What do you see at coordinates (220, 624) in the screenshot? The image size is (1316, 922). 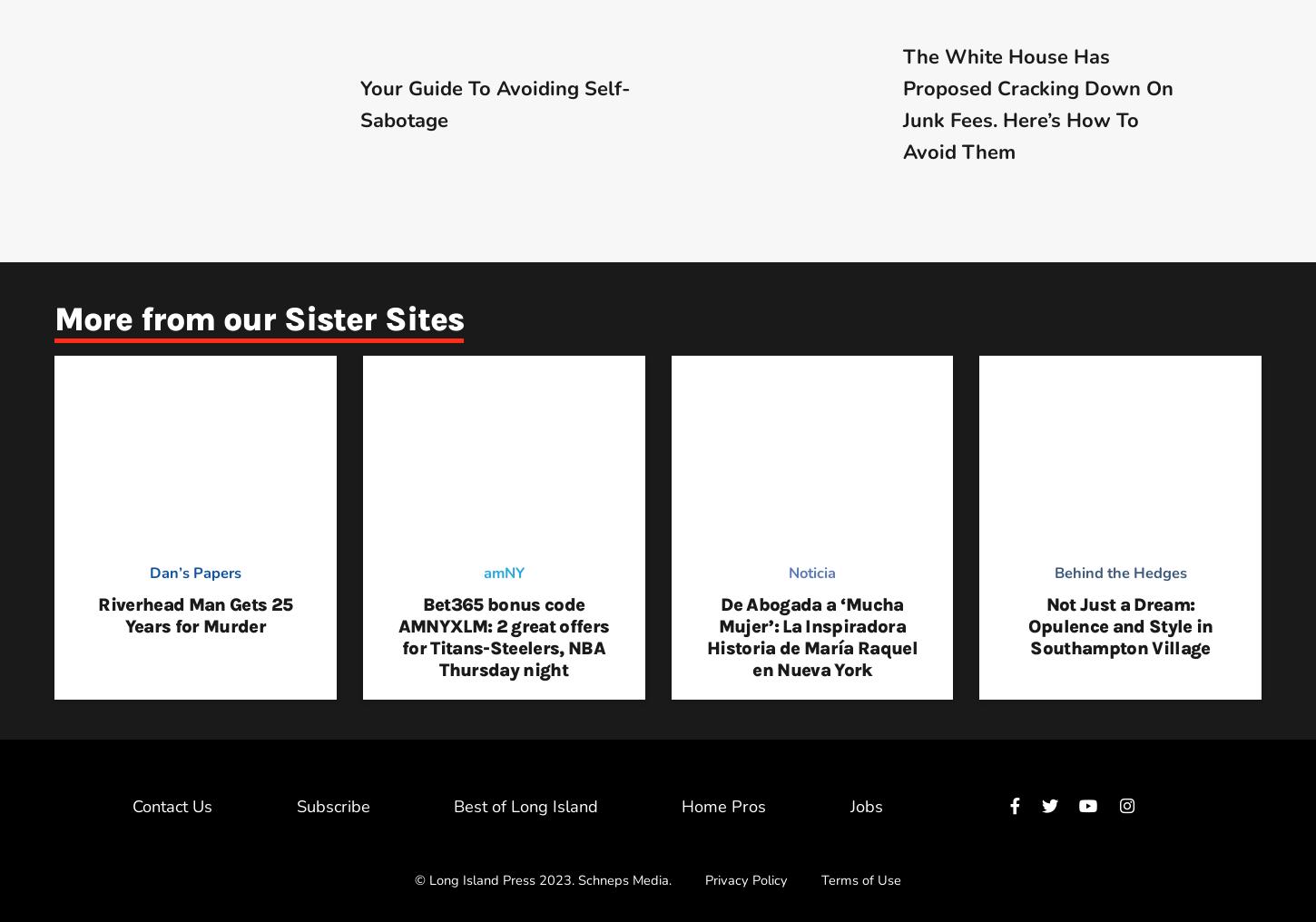 I see `'for Murder'` at bounding box center [220, 624].